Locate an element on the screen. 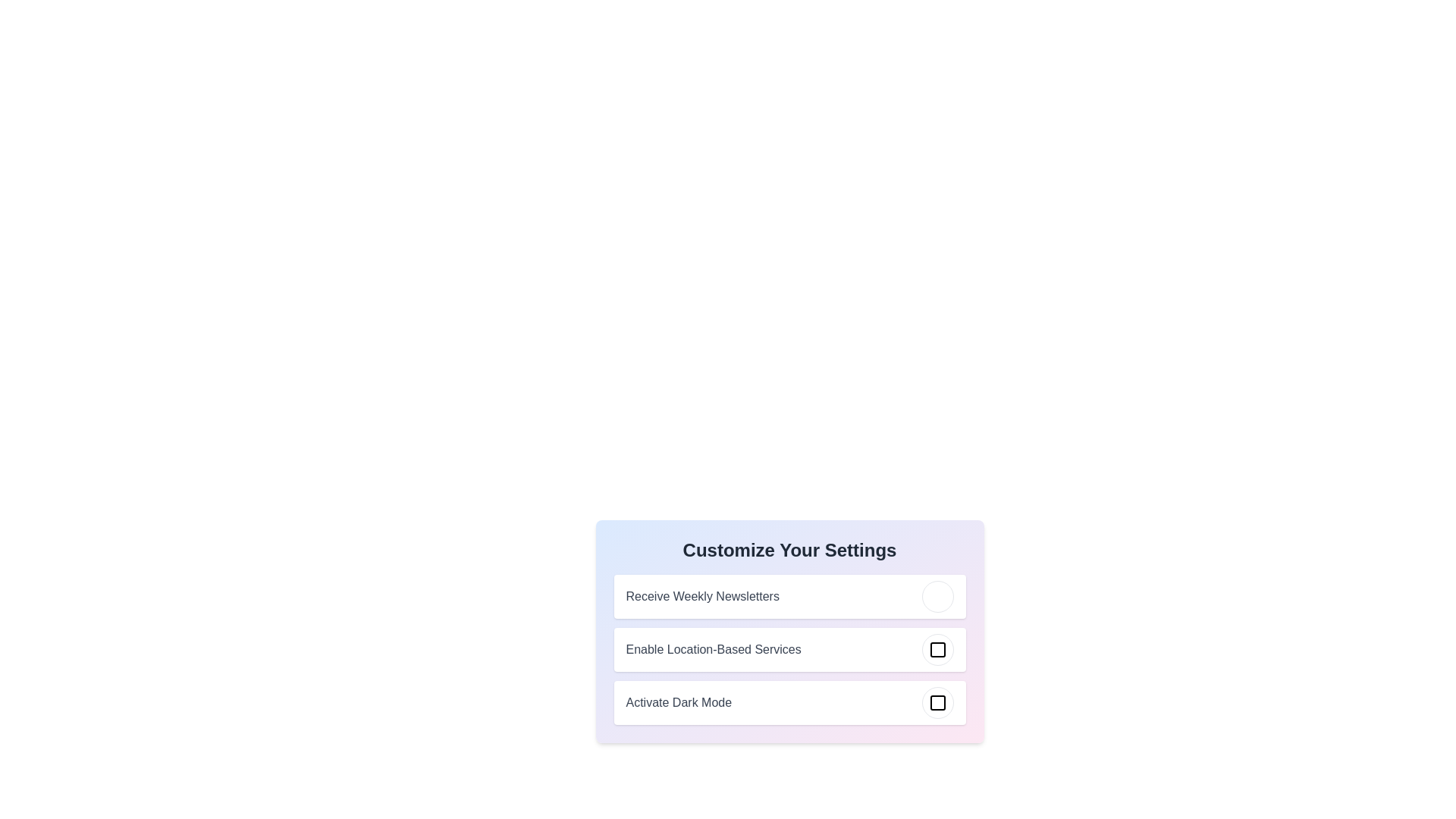 The width and height of the screenshot is (1456, 819). the Toggle button located in the 'Activate Dark Mode' section, which is a small circular button with a square icon inside is located at coordinates (937, 702).